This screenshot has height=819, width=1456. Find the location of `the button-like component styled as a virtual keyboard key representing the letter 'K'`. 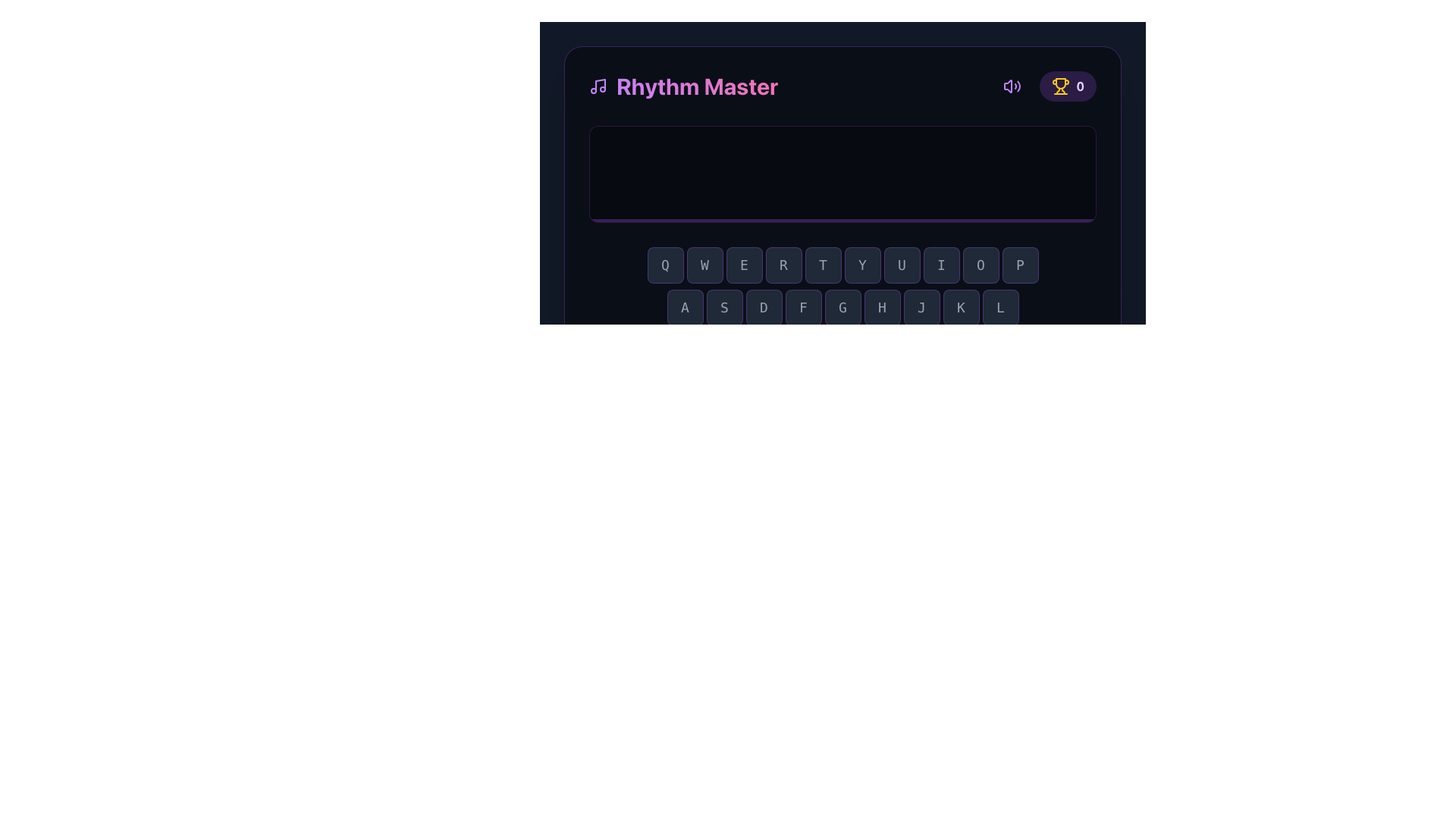

the button-like component styled as a virtual keyboard key representing the letter 'K' is located at coordinates (960, 307).